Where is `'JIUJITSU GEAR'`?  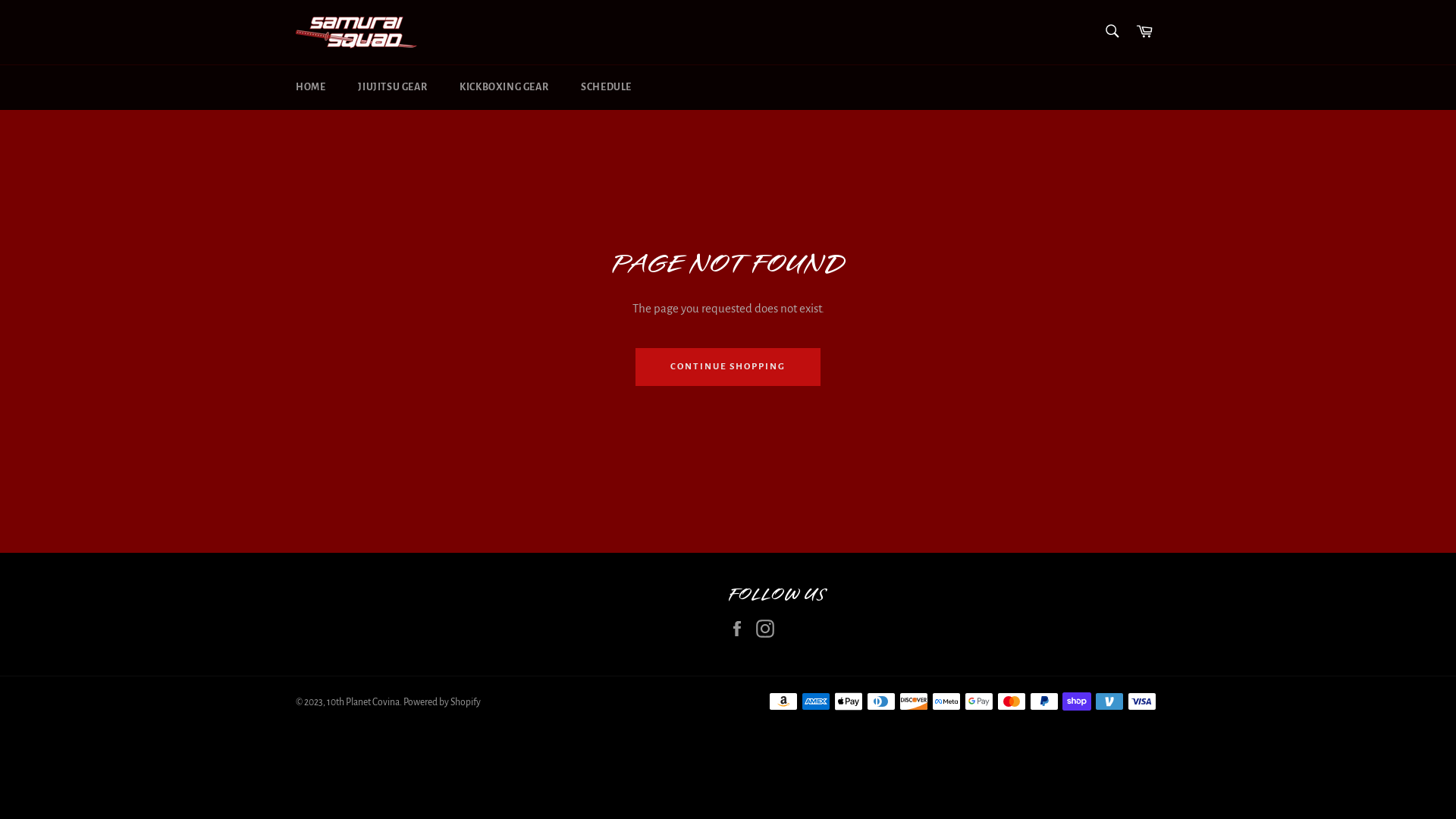 'JIUJITSU GEAR' is located at coordinates (341, 87).